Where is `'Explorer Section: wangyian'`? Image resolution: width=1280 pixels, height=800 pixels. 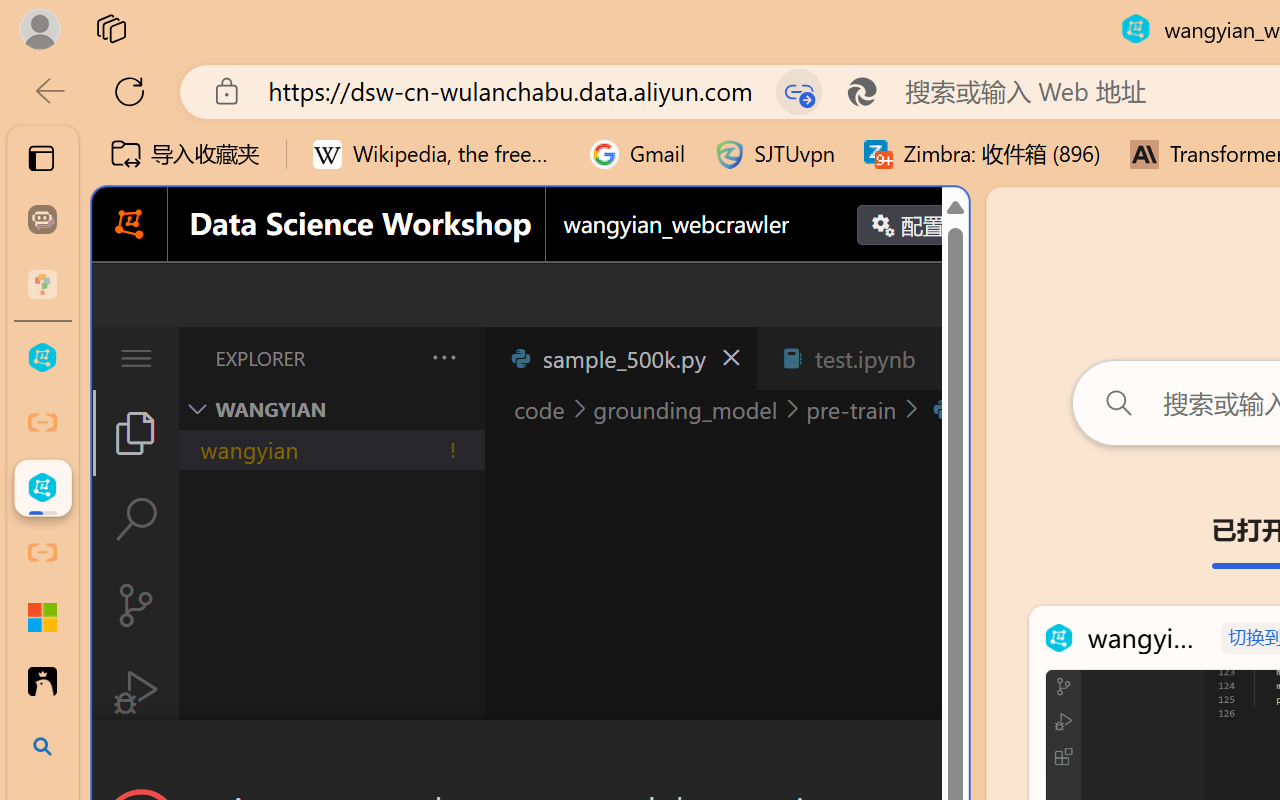
'Explorer Section: wangyian' is located at coordinates (331, 409).